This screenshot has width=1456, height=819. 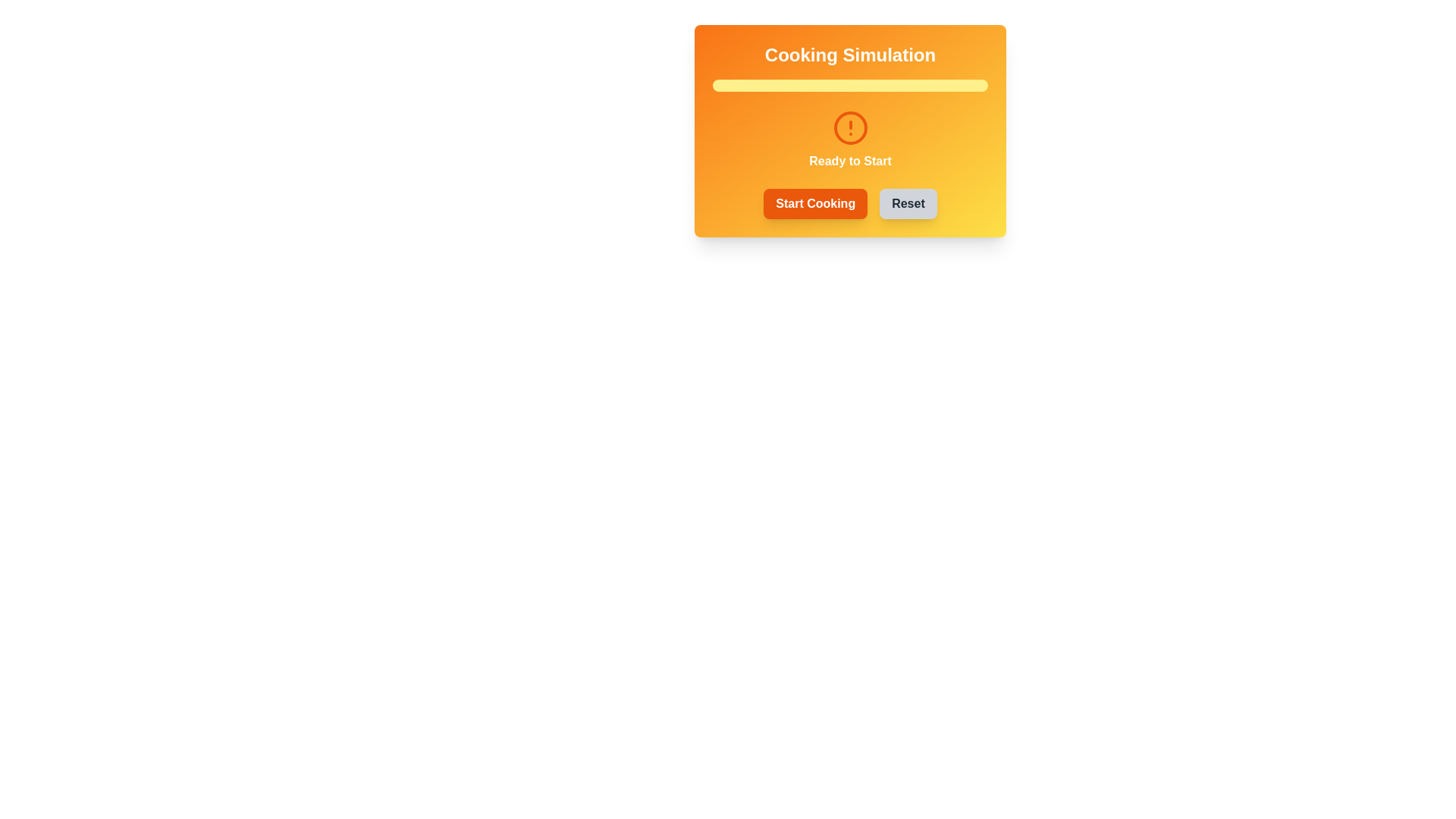 I want to click on the progress bar located below the title 'Cooking Simulation' and above the text 'Ready to Start' in the Cooking Simulation interface, so click(x=850, y=85).